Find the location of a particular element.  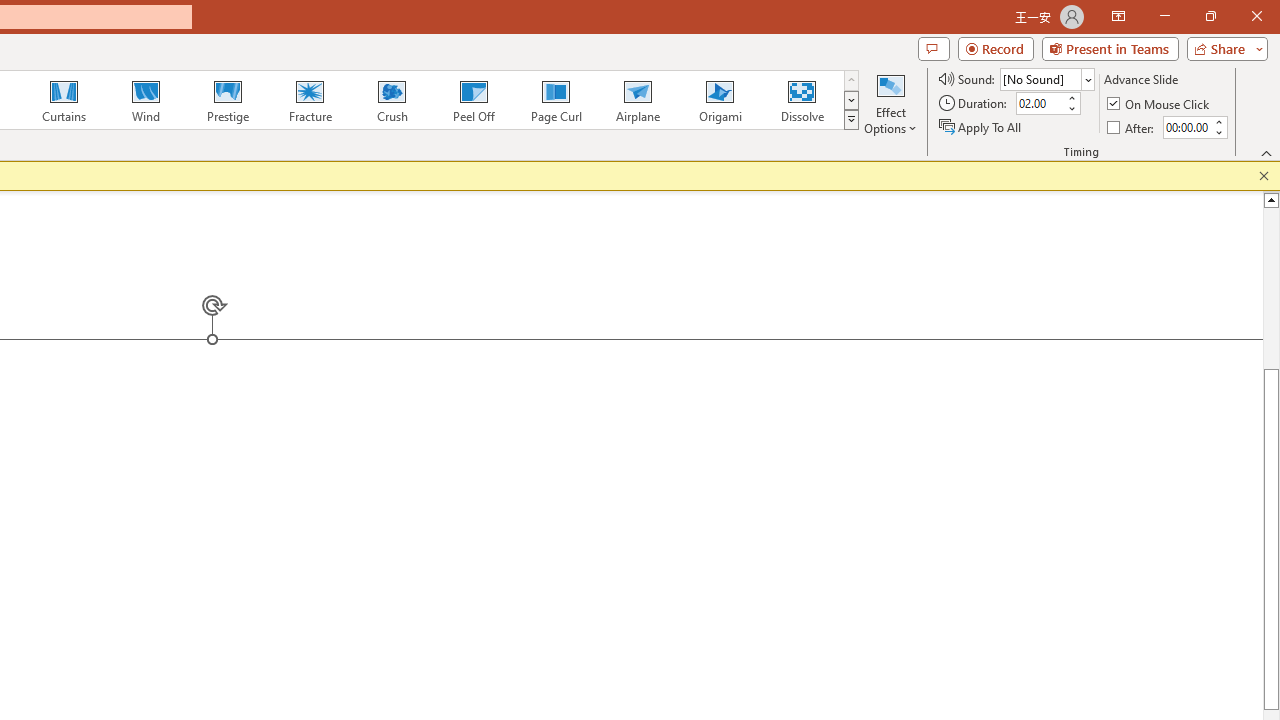

'Apply To All' is located at coordinates (981, 127).